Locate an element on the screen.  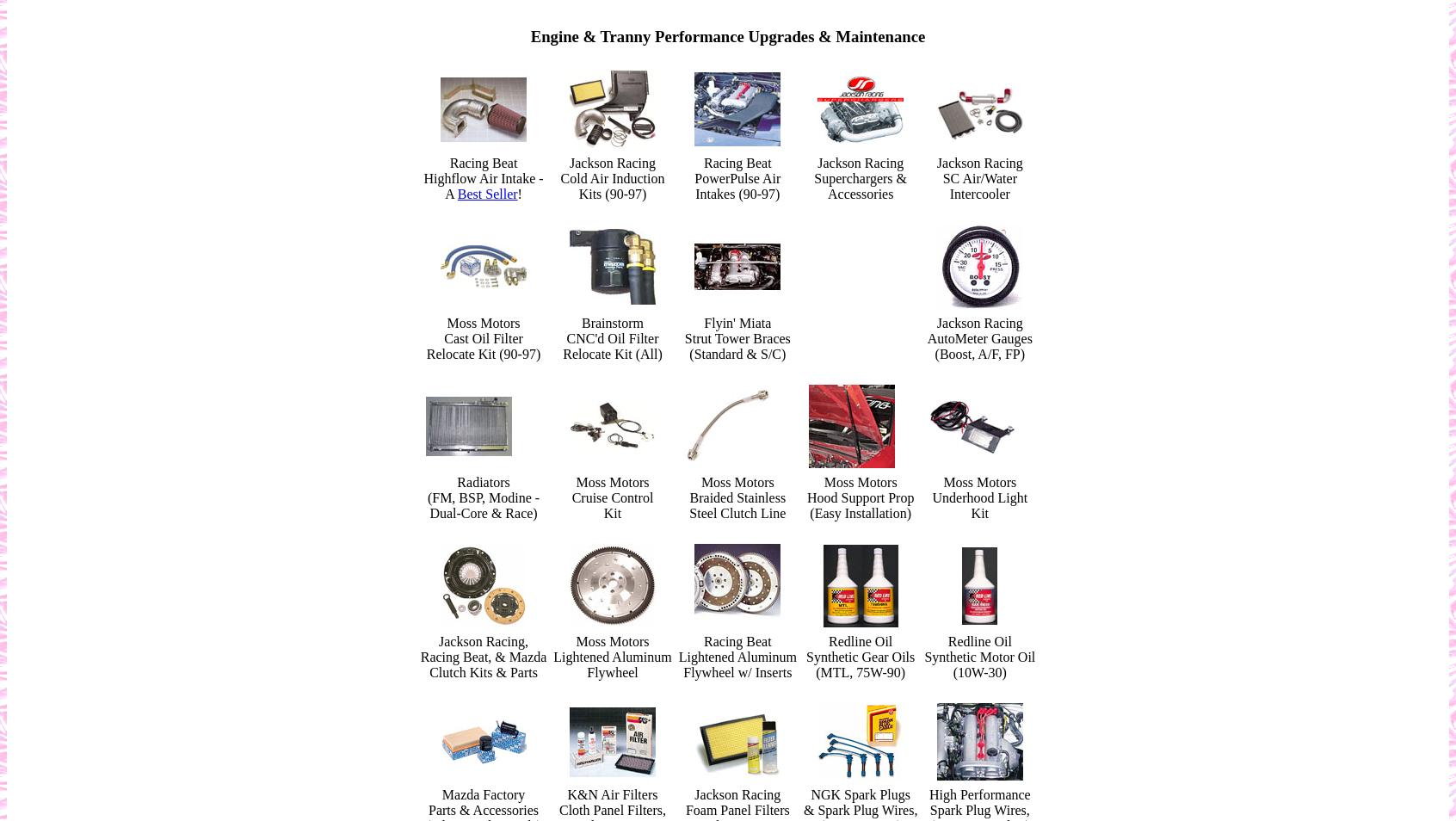
'(Easy Installation)' is located at coordinates (809, 512).